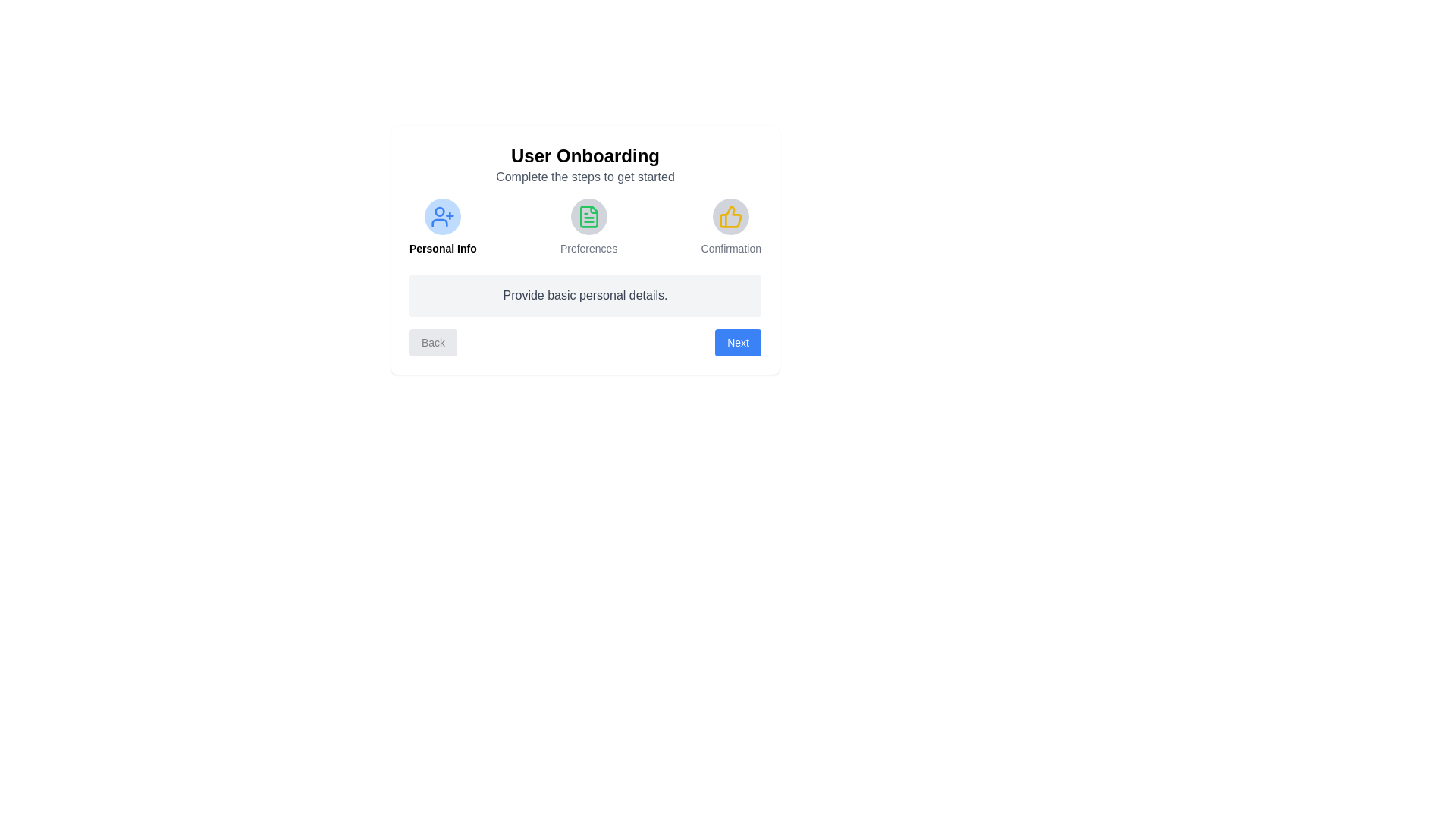 This screenshot has width=1456, height=819. Describe the element at coordinates (731, 216) in the screenshot. I see `the step icon corresponding to the step Confirmation to view its details` at that location.